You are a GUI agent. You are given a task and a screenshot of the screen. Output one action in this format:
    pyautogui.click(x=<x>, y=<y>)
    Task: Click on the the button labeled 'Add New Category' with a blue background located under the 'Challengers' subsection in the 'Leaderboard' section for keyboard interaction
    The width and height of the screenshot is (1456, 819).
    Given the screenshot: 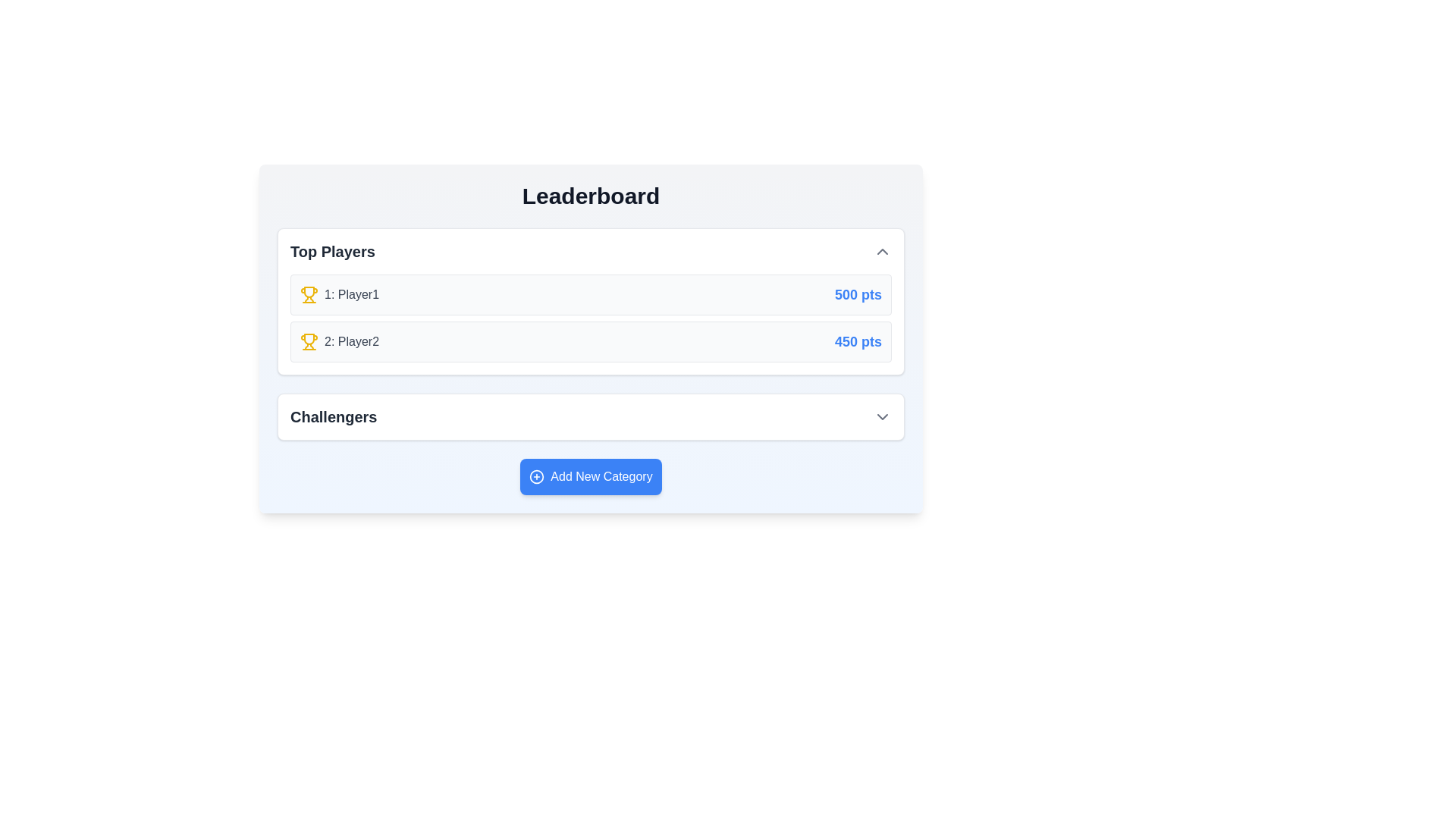 What is the action you would take?
    pyautogui.click(x=590, y=475)
    